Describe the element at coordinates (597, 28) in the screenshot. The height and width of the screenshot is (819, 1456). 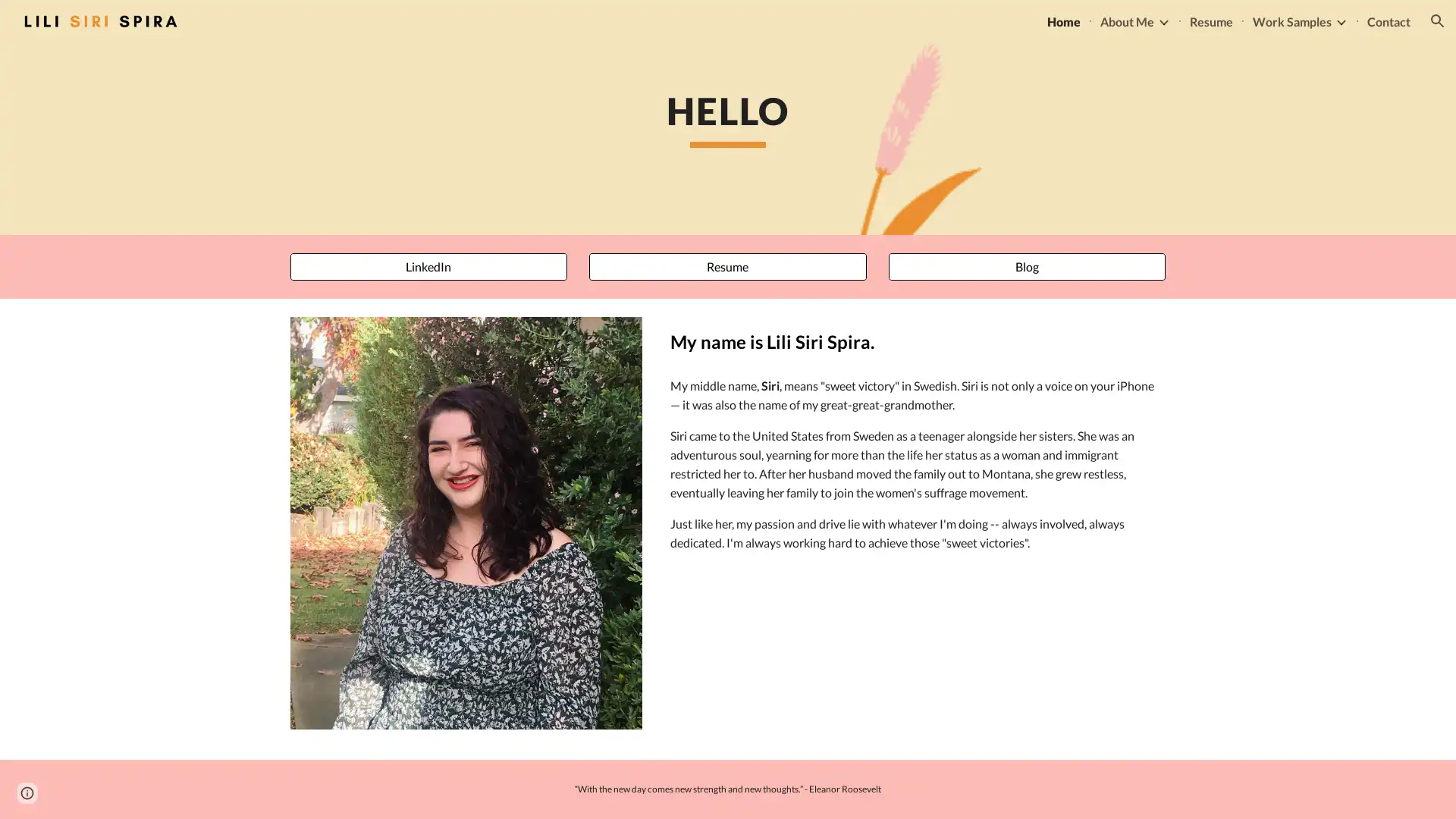
I see `Skip to main content` at that location.